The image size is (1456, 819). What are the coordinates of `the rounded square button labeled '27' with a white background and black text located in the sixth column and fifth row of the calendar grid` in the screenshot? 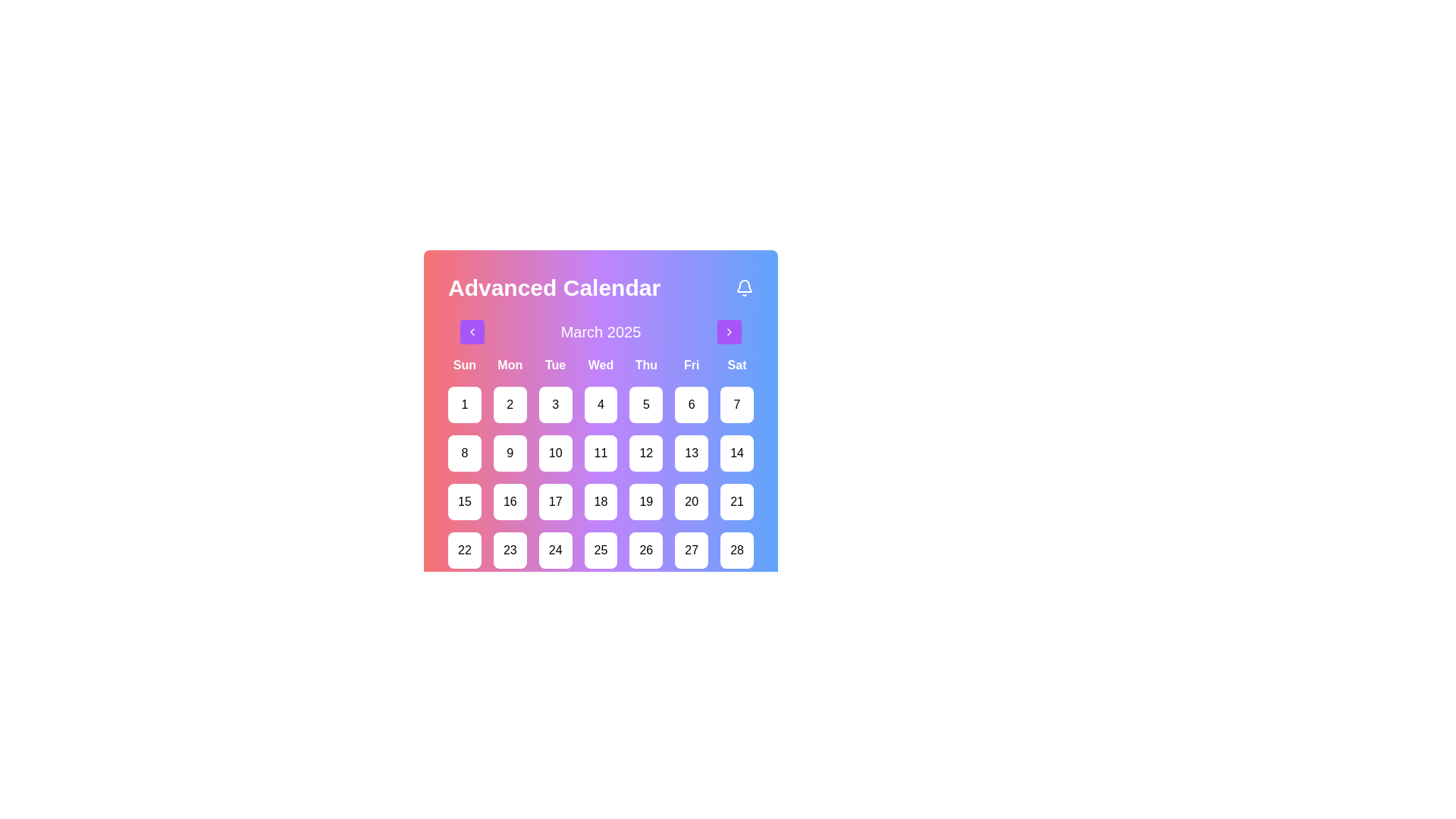 It's located at (691, 550).